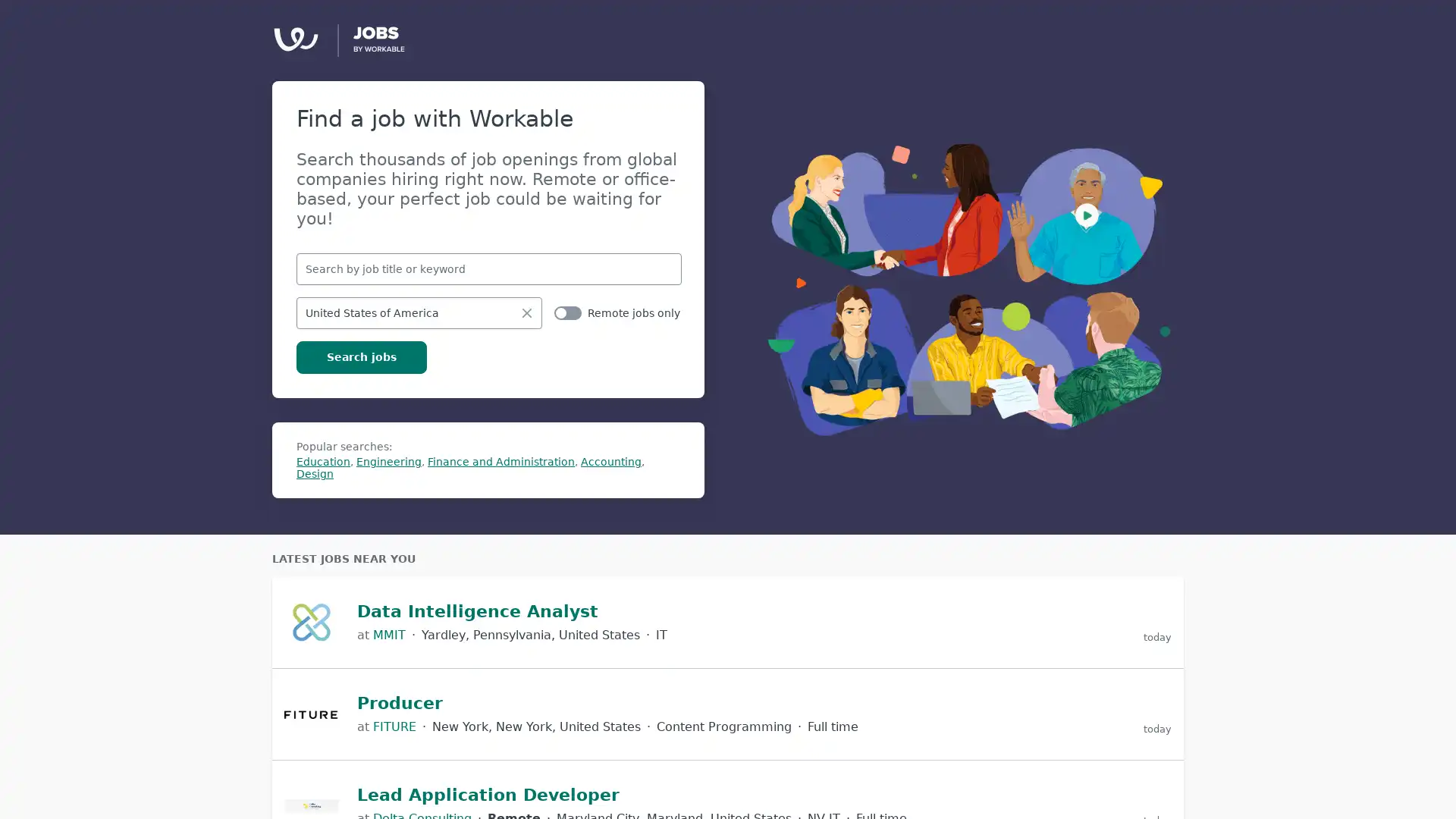  I want to click on Producer at FITURE, so click(728, 714).